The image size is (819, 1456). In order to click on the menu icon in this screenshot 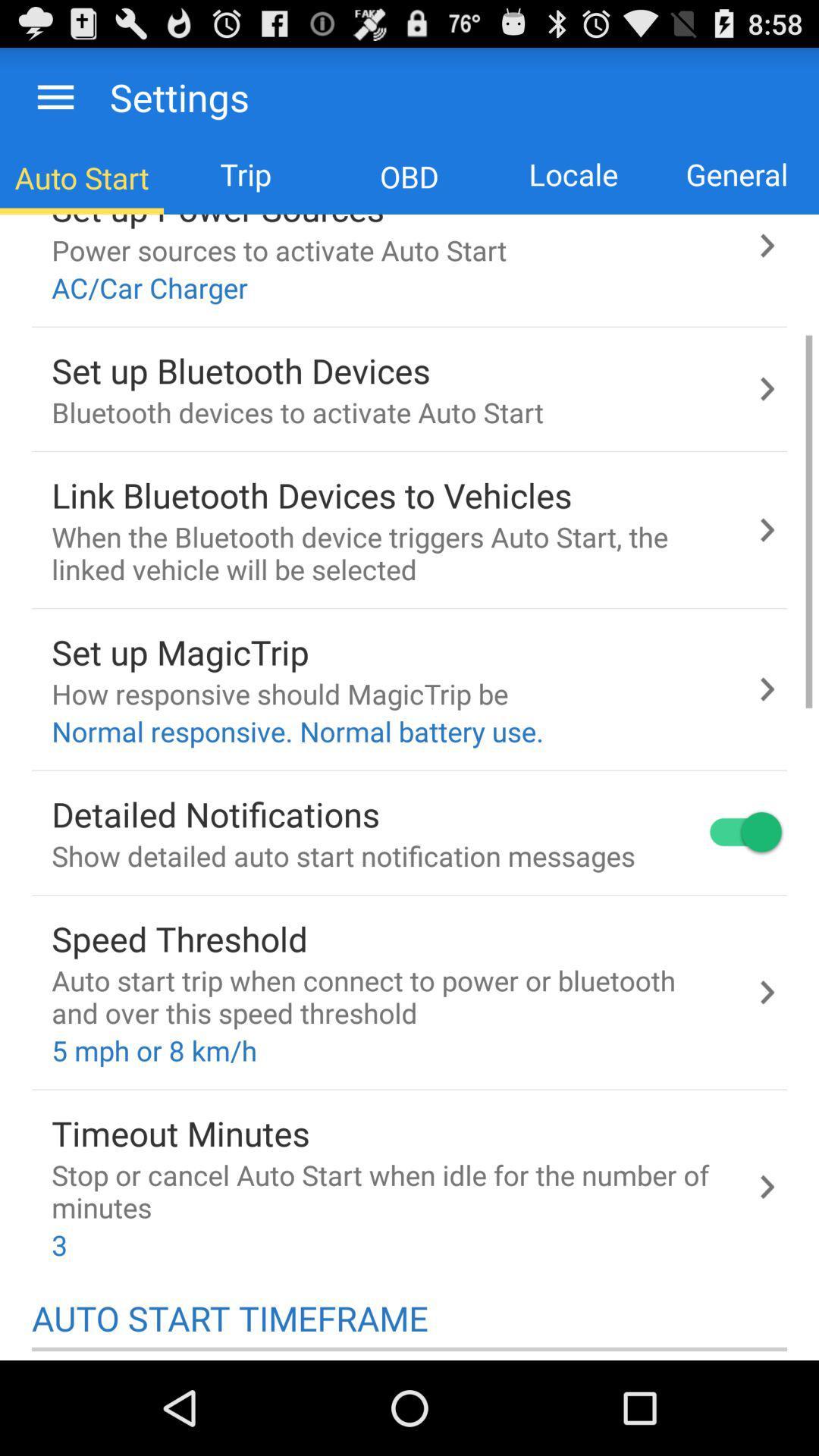, I will do `click(55, 103)`.